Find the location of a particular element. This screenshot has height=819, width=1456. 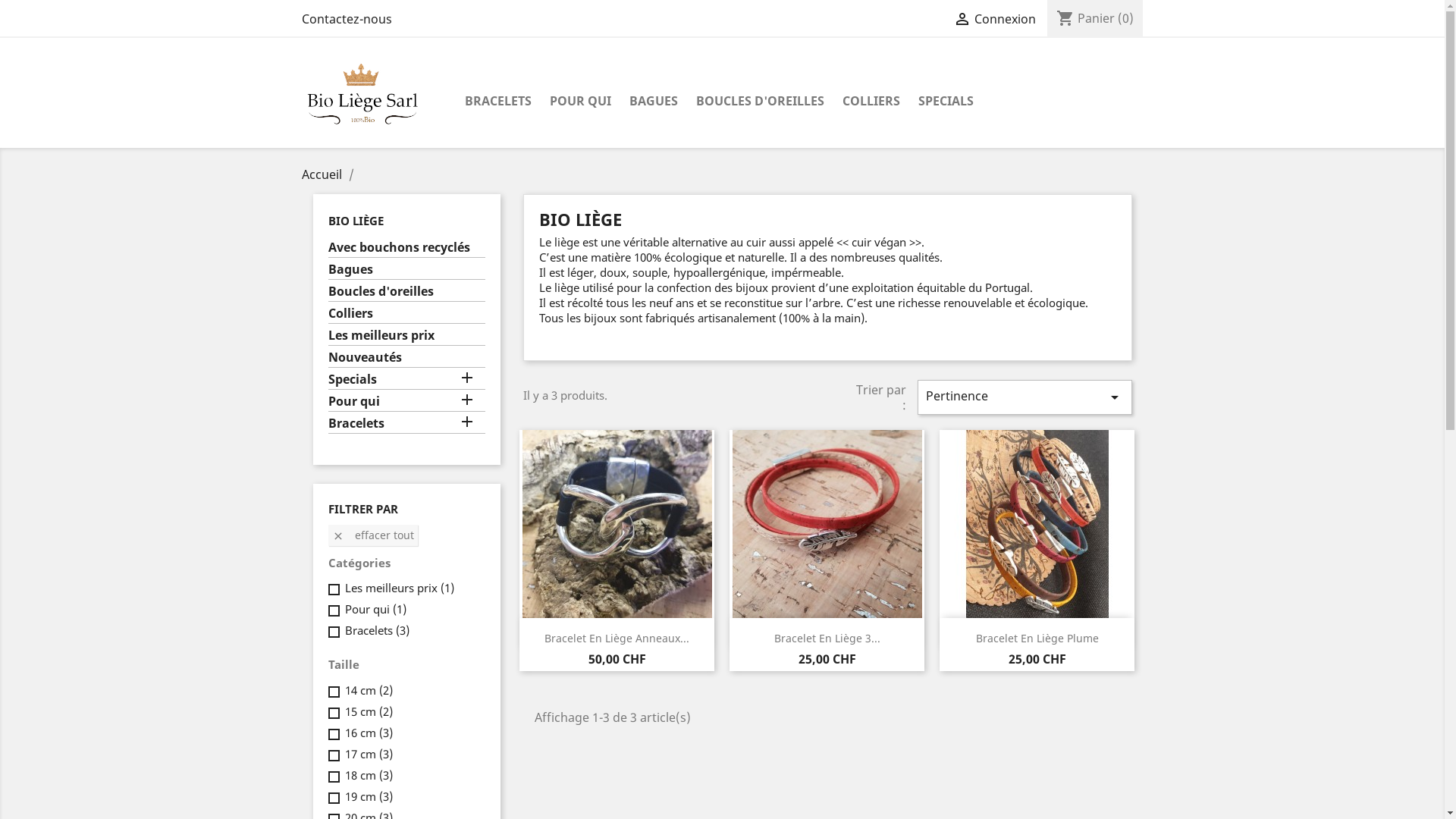

'Bracelets (3)' is located at coordinates (344, 629).